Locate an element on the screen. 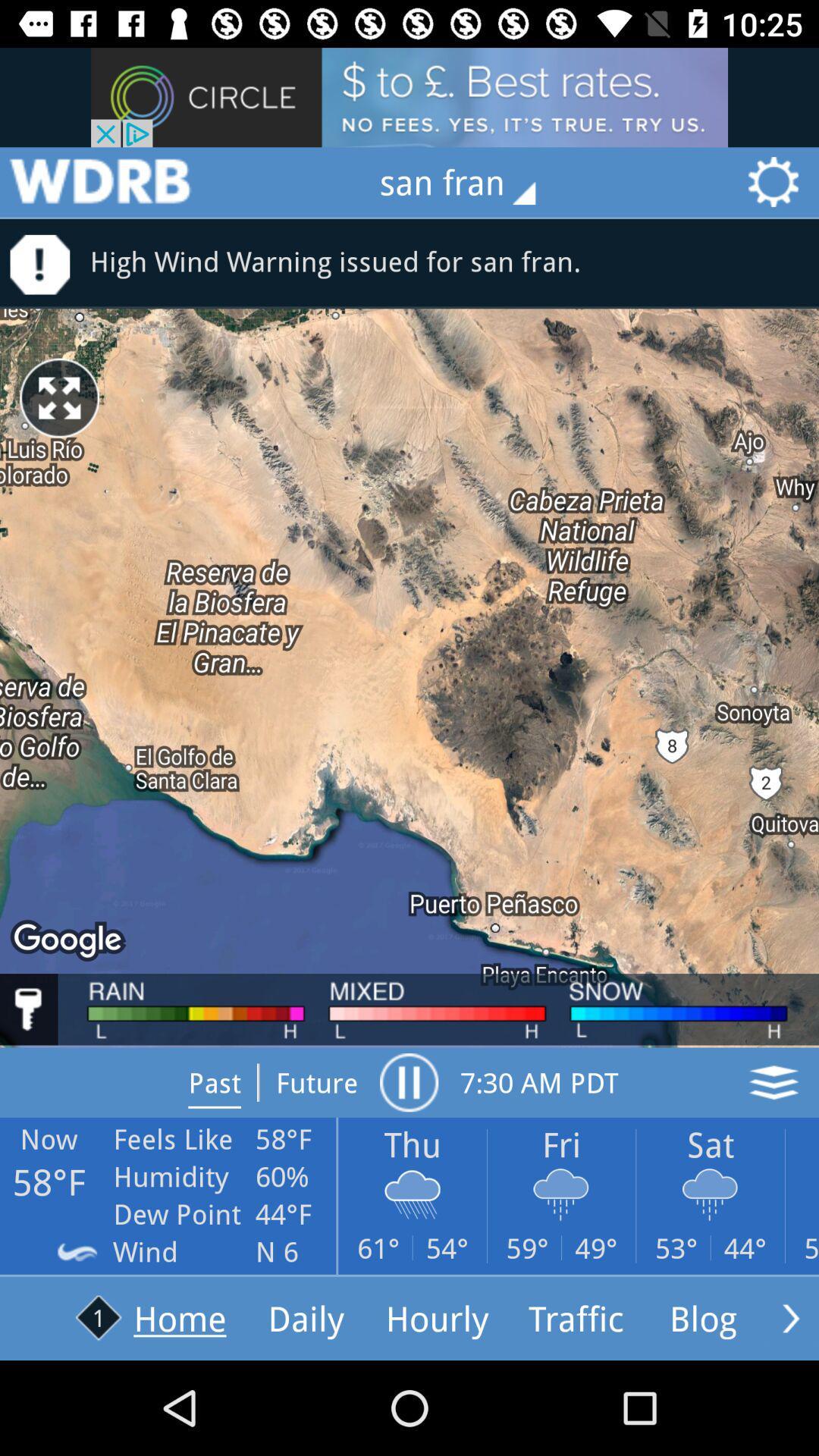  the menu icon is located at coordinates (99, 182).